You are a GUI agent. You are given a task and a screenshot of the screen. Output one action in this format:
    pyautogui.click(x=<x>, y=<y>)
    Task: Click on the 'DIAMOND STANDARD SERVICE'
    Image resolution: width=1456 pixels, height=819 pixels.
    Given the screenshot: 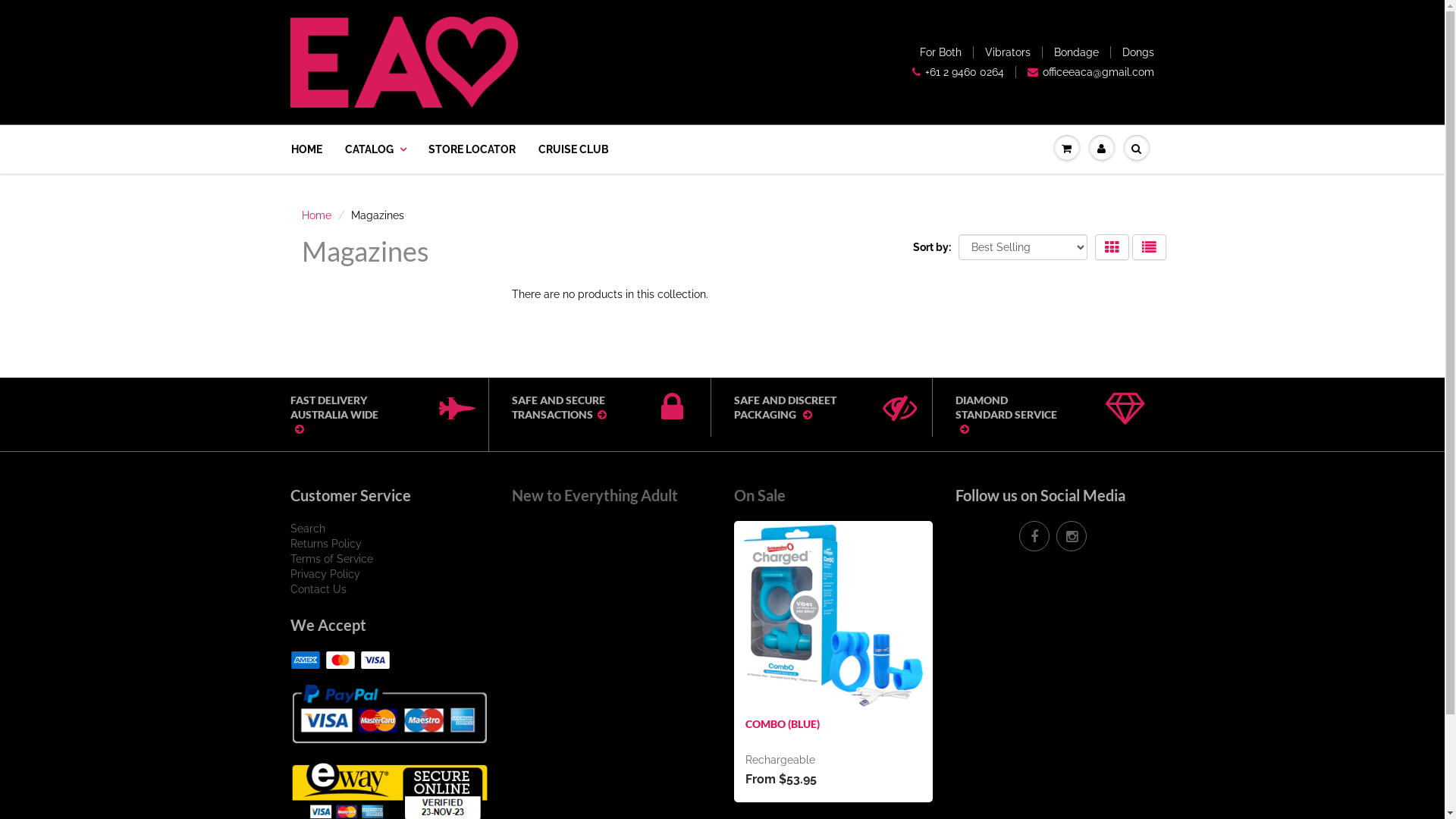 What is the action you would take?
    pyautogui.click(x=954, y=414)
    